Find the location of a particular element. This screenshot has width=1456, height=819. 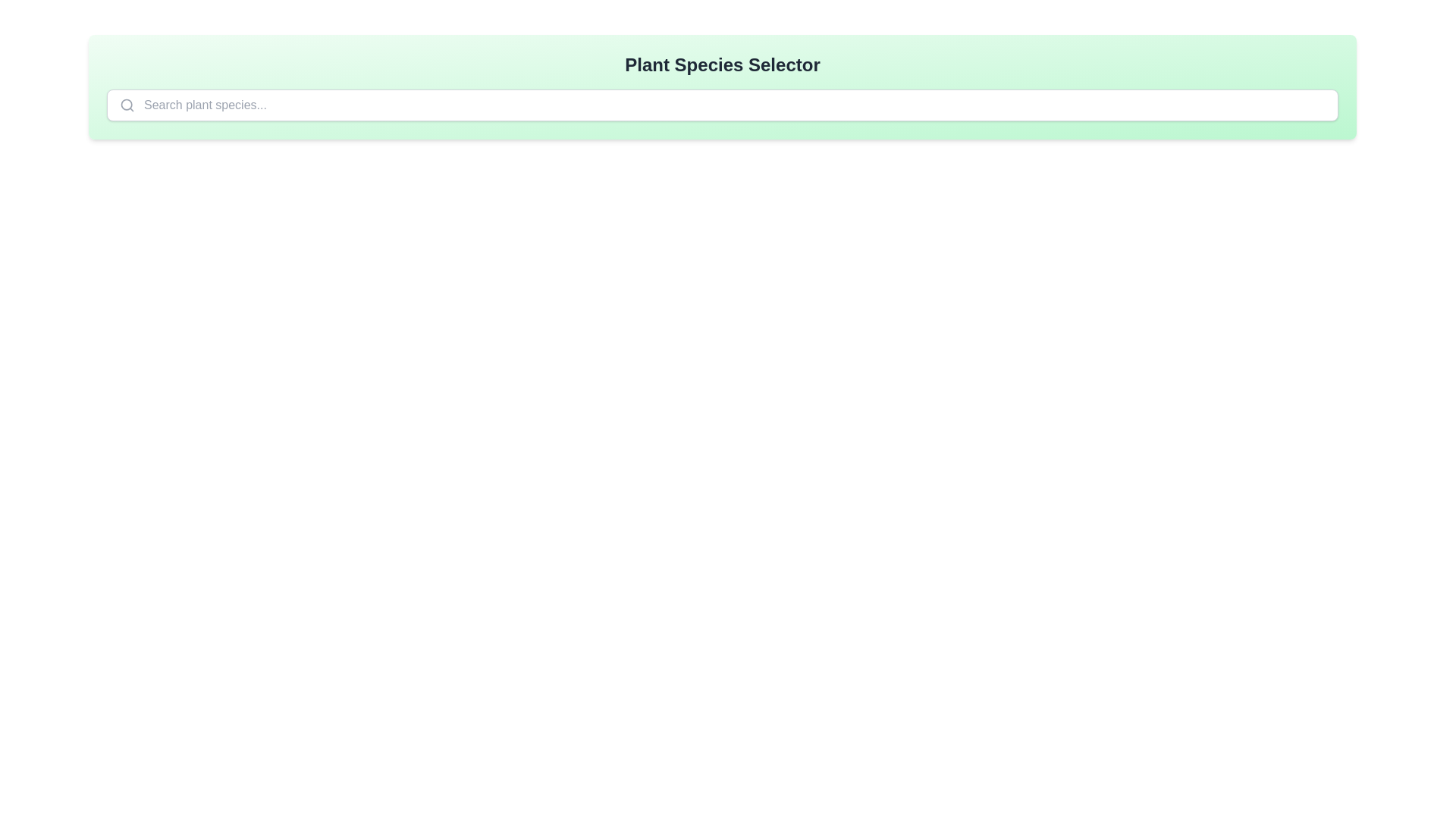

the SVG circle element that is part of the magnifying glass icon used for the search function, located in the search bar near the placeholder text 'Search plant species...' is located at coordinates (127, 104).